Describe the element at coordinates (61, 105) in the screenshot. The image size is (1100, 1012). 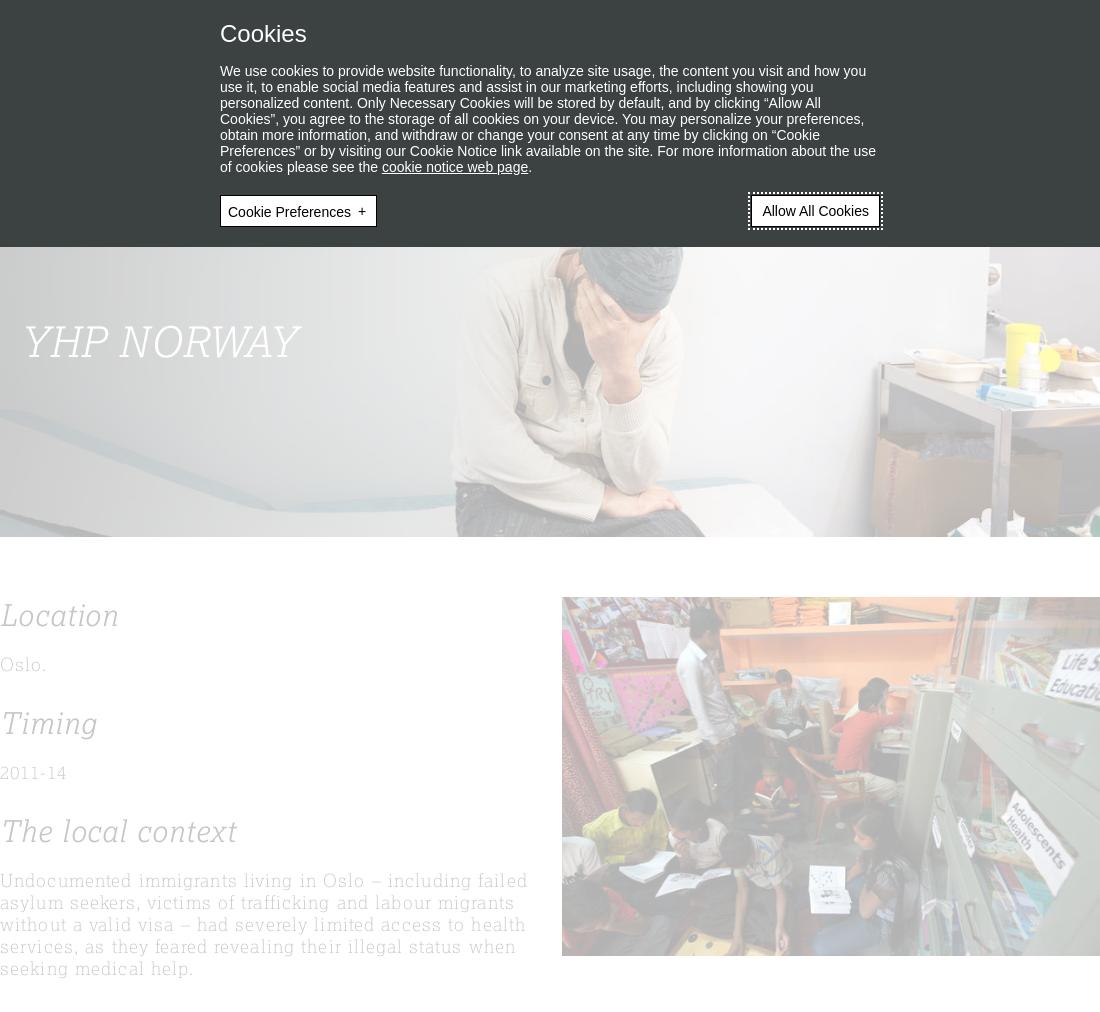
I see `'Programmes'` at that location.